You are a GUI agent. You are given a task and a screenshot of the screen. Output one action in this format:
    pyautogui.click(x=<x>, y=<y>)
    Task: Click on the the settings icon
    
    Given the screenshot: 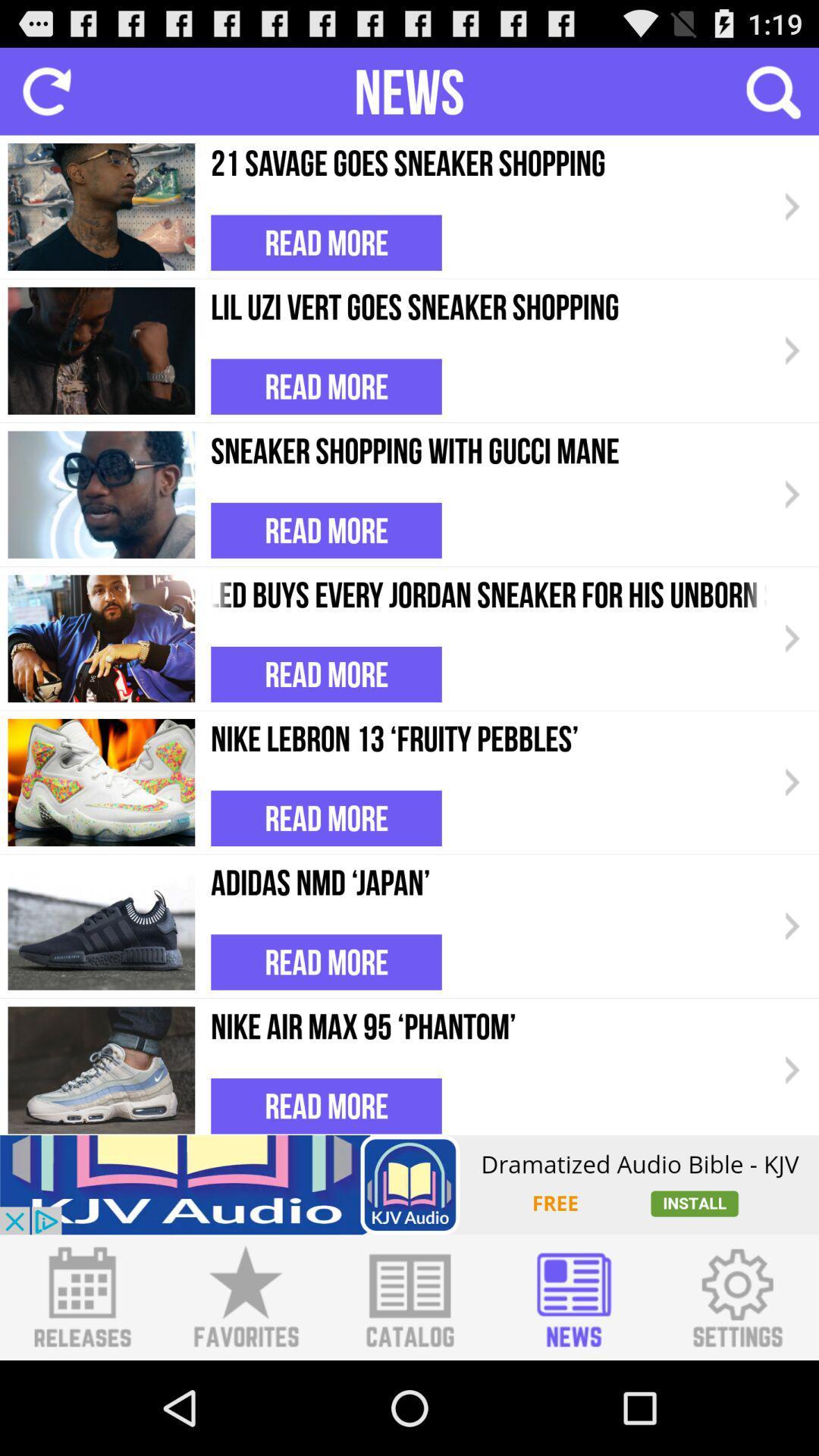 What is the action you would take?
    pyautogui.click(x=736, y=1389)
    